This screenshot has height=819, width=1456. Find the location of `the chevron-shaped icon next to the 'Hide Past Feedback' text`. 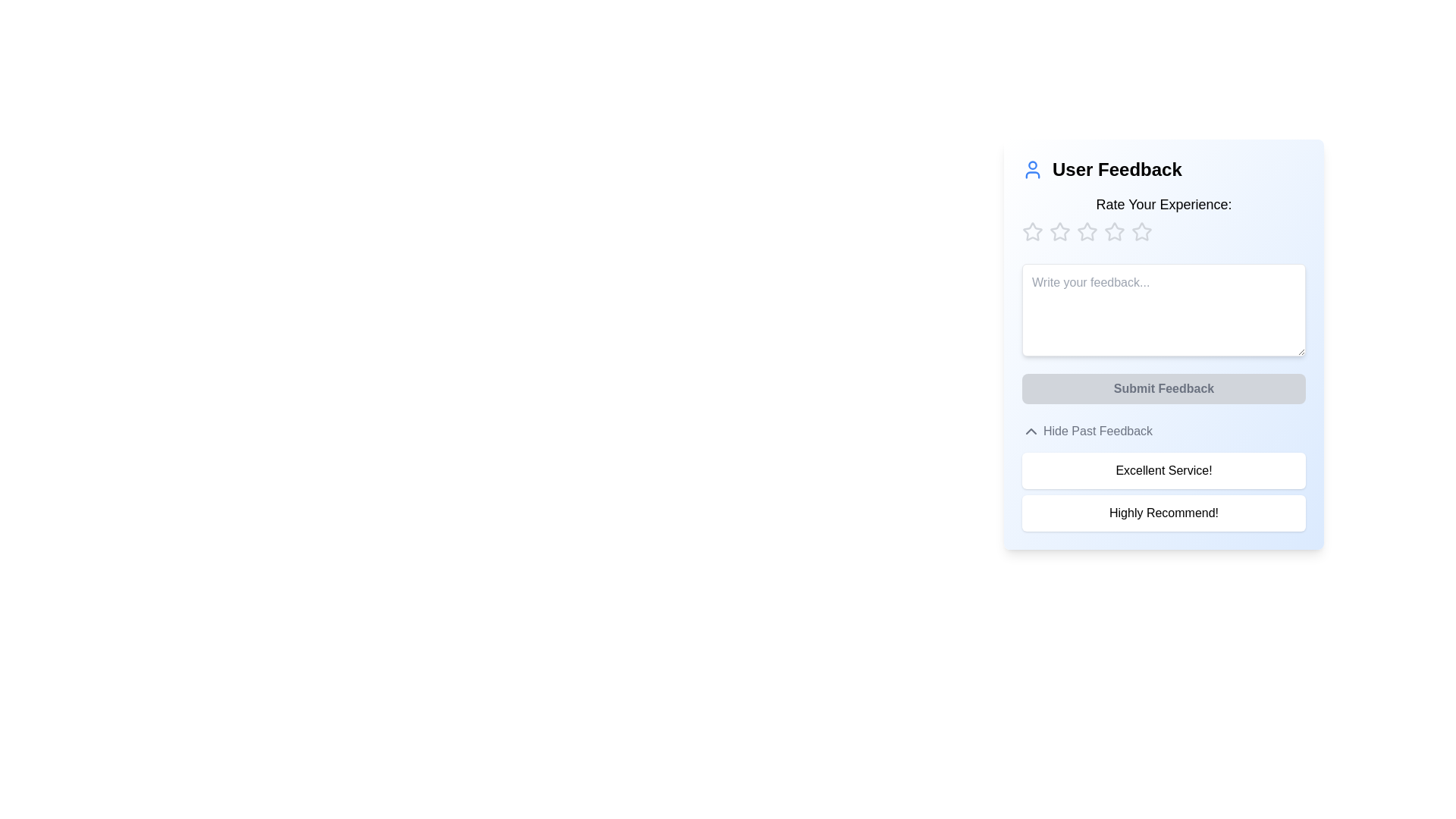

the chevron-shaped icon next to the 'Hide Past Feedback' text is located at coordinates (1031, 431).